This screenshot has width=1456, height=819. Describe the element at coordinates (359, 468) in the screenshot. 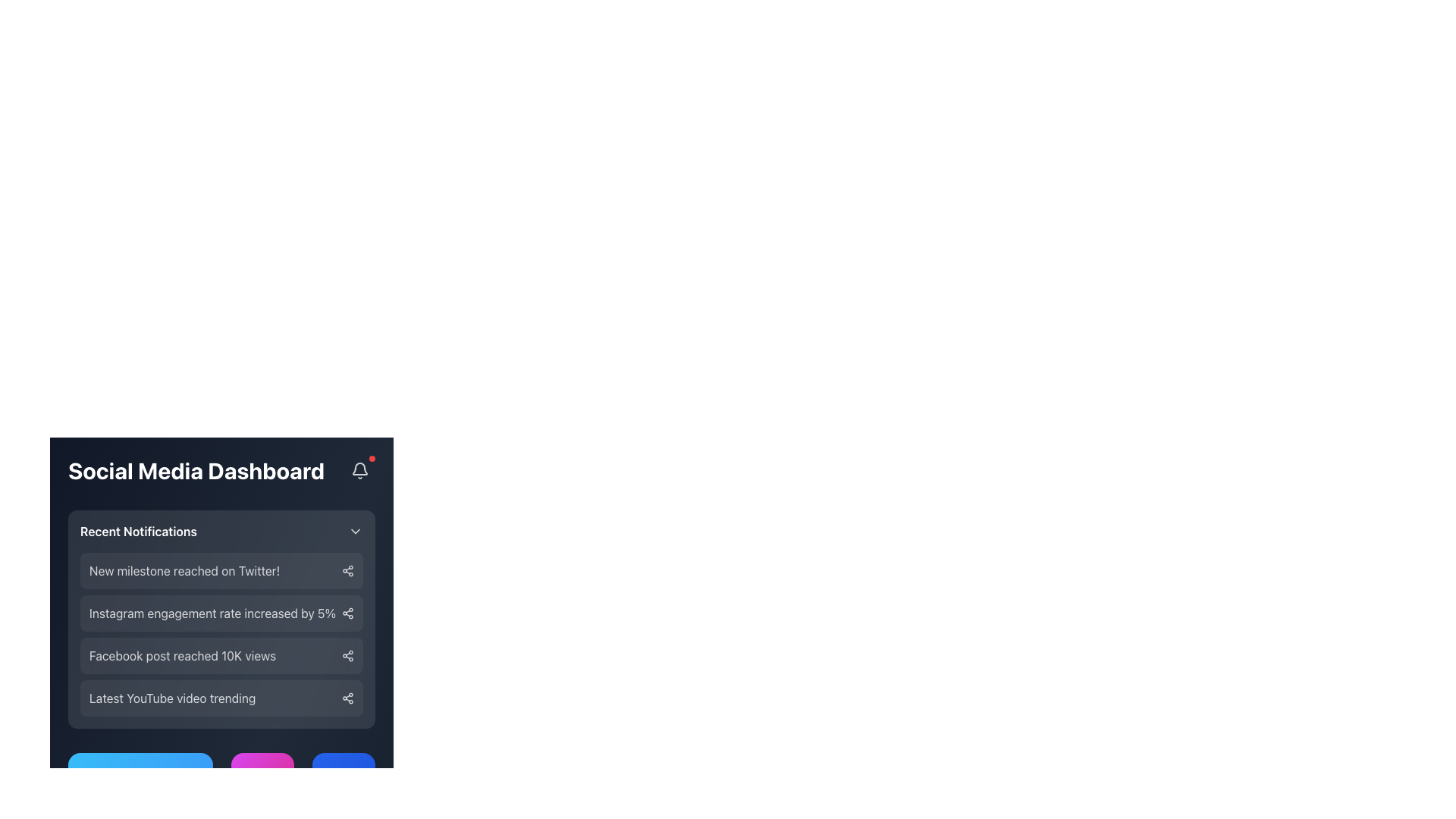

I see `the notification icon located at the top-right corner of the interface, indicating updates or events requiring attention` at that location.